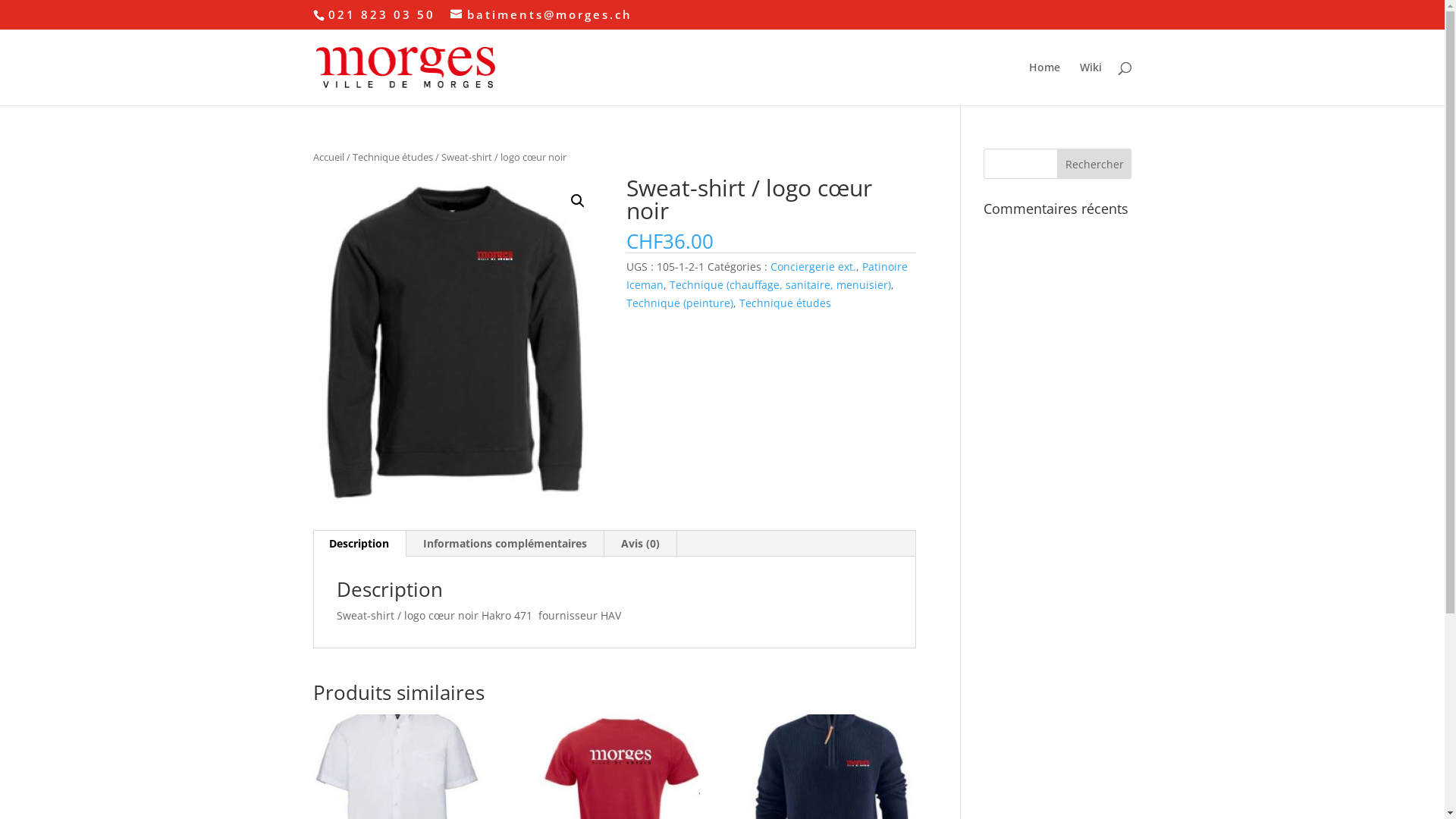 The height and width of the screenshot is (819, 1456). I want to click on 'Rechercher', so click(1094, 164).